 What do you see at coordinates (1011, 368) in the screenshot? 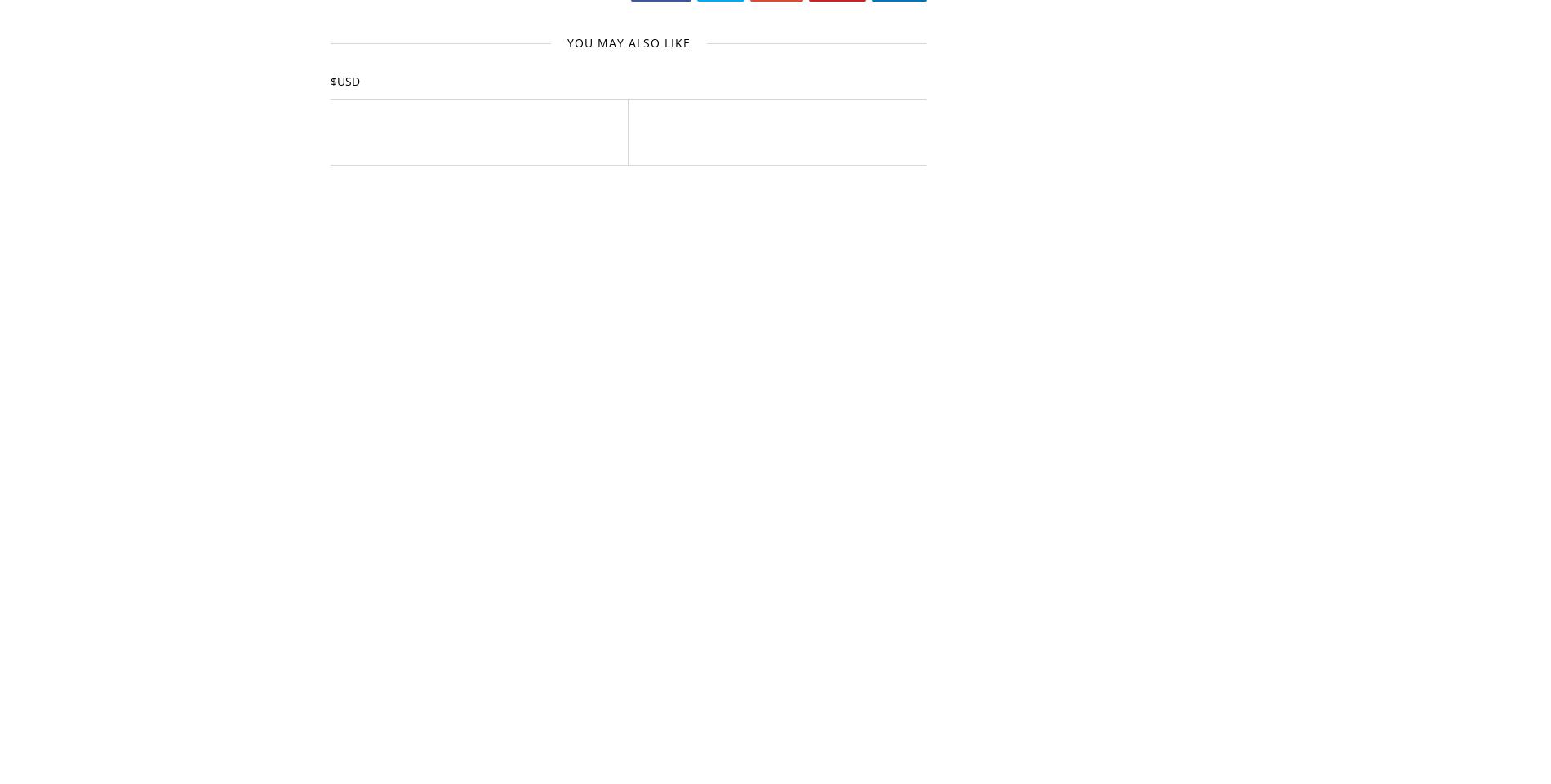
I see `'June 2018'` at bounding box center [1011, 368].